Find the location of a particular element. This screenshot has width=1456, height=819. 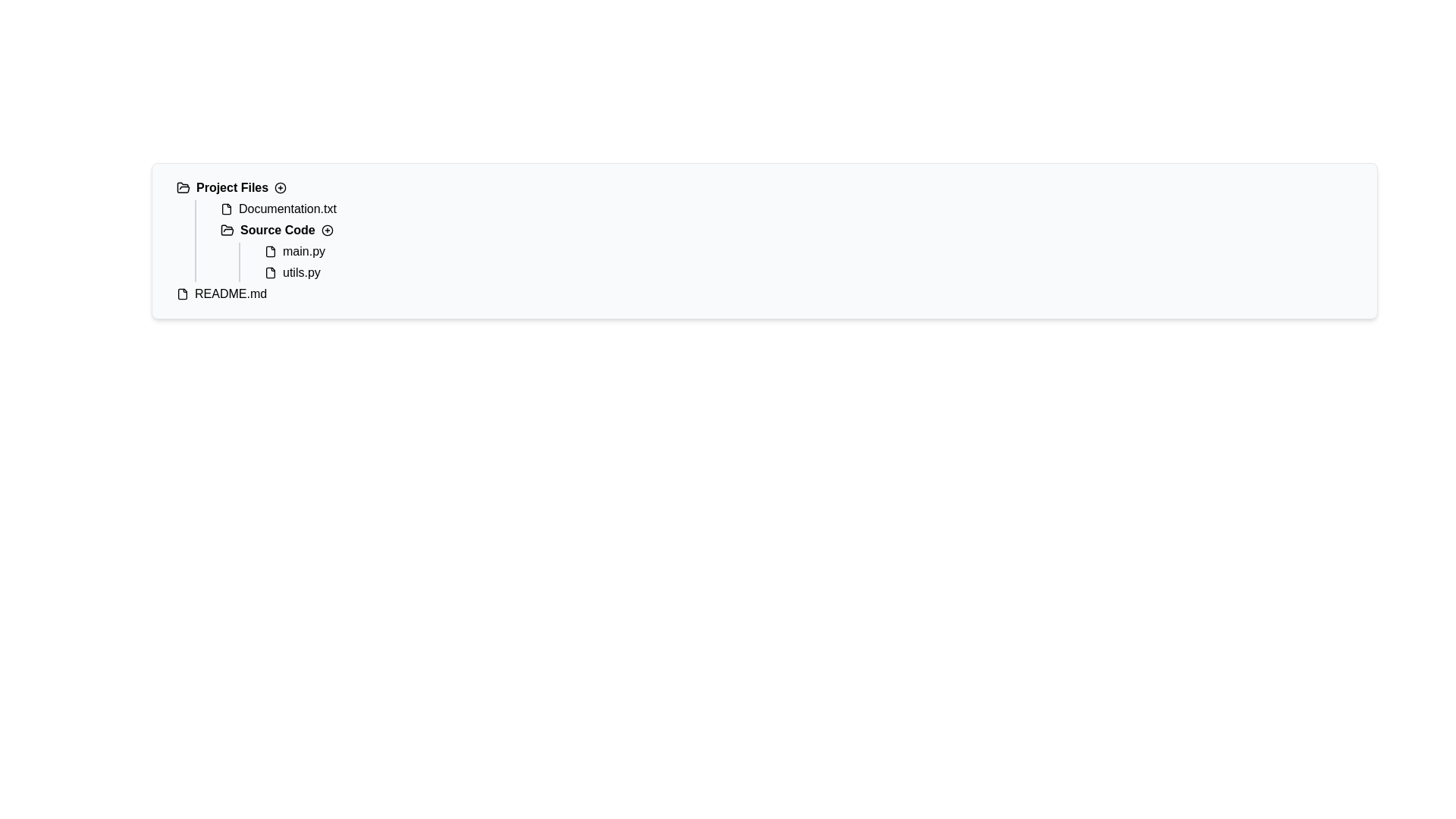

the file icon representing the 'README.md' file is located at coordinates (182, 294).